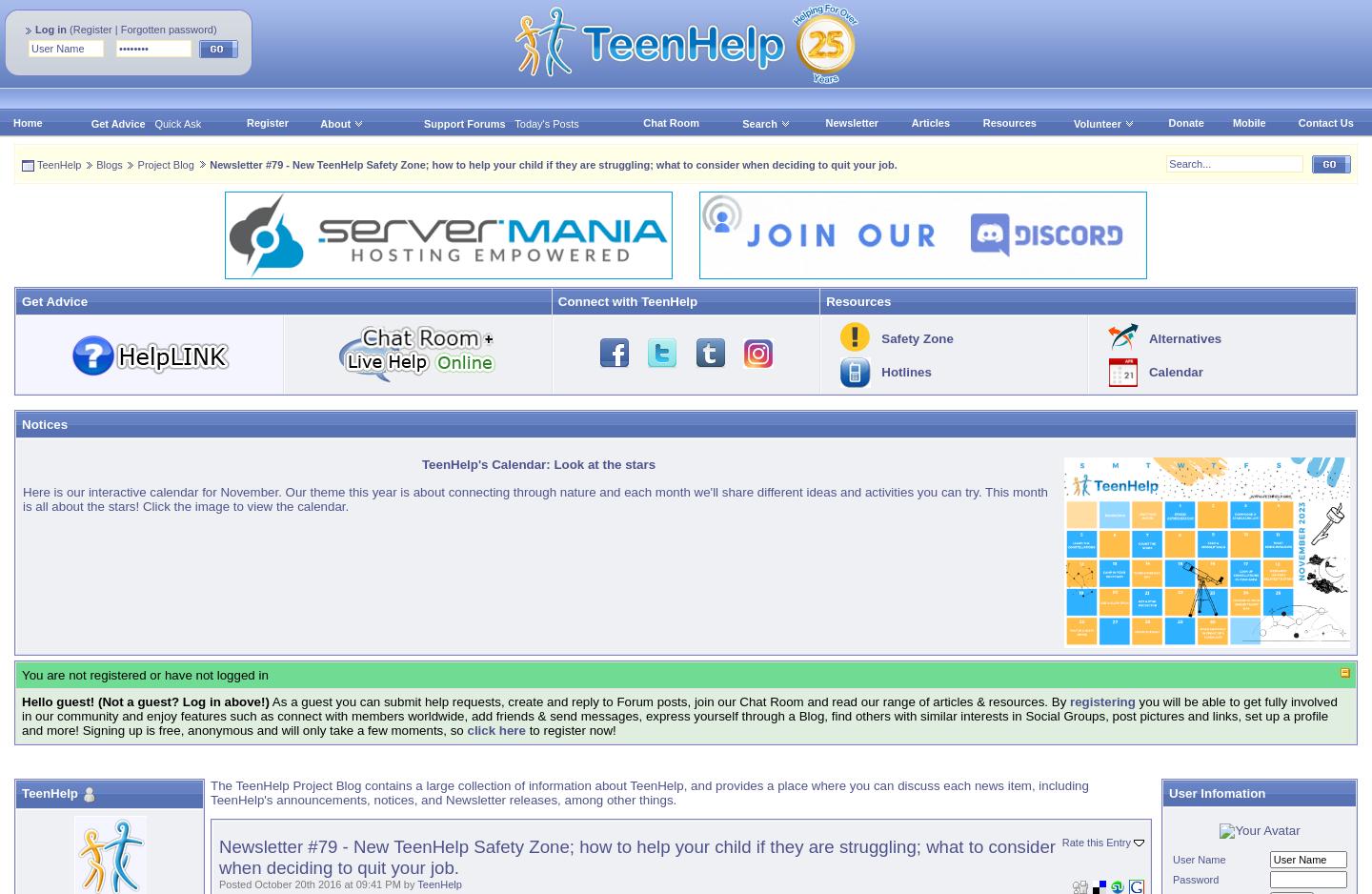  I want to click on 'Here is our interactive calendar for November. Our theme this year is about connecting through nature and each month we'll share different ideas and activities you can try. This month is all about the stars! Click the image to view the calendar.', so click(22, 498).